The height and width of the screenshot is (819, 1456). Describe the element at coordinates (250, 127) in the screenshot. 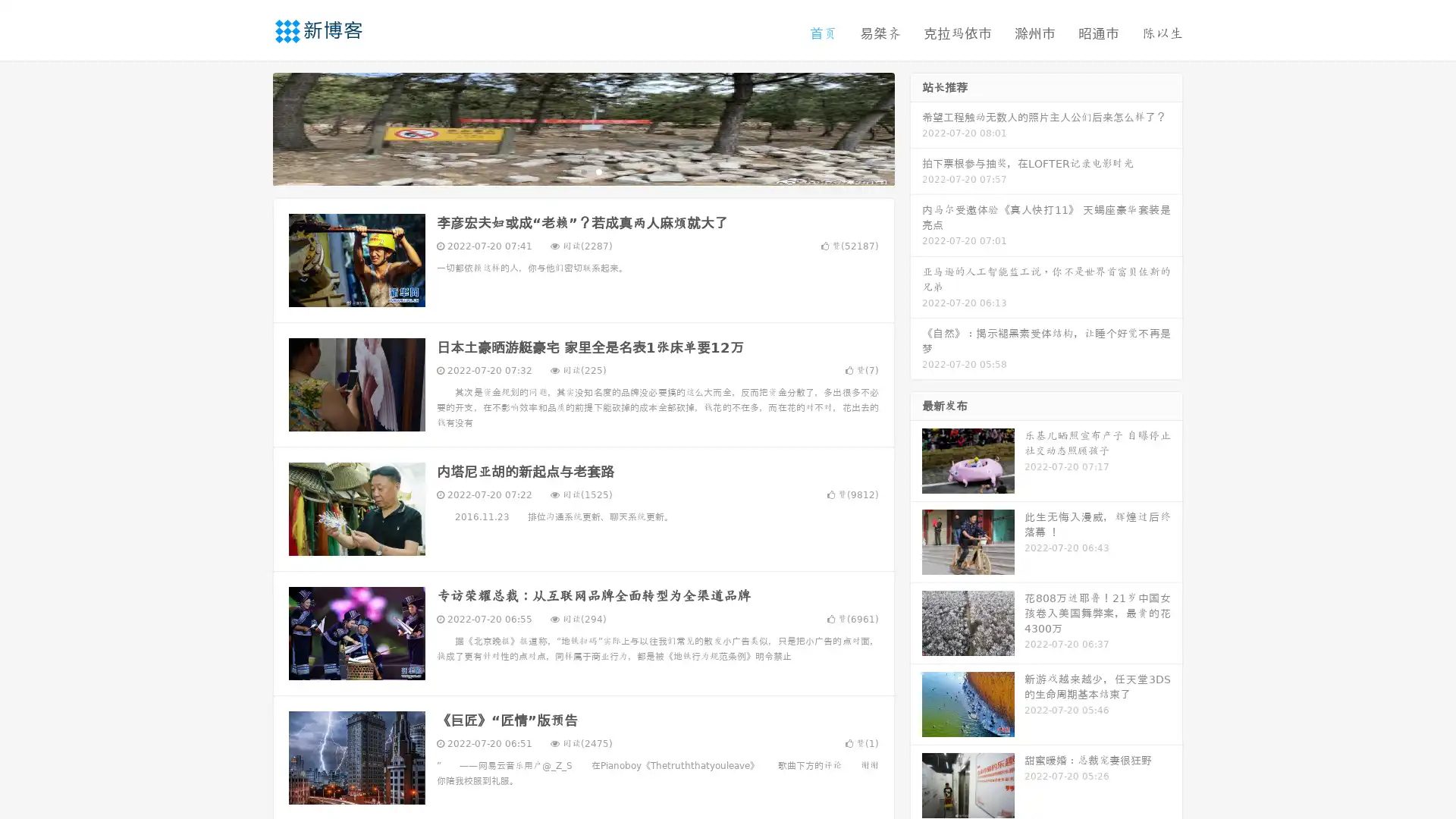

I see `Previous slide` at that location.